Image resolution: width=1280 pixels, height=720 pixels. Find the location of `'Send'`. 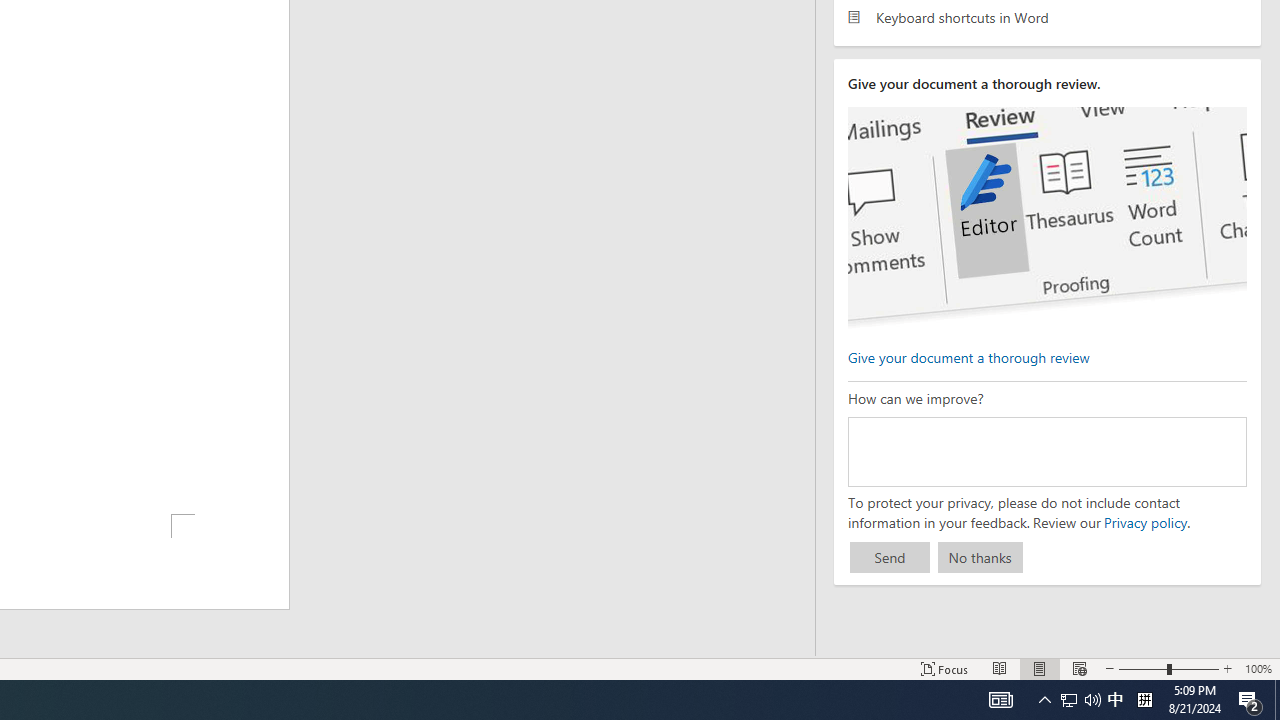

'Send' is located at coordinates (889, 557).